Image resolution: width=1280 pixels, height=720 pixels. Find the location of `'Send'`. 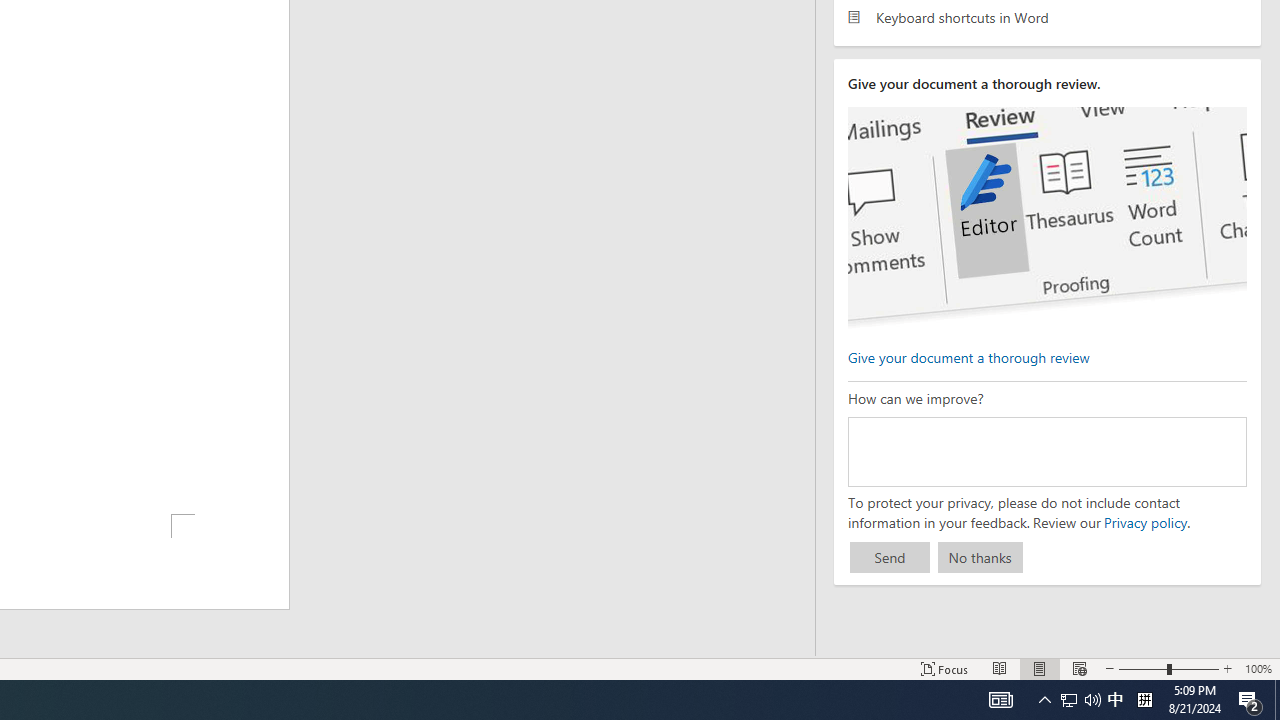

'Send' is located at coordinates (889, 557).